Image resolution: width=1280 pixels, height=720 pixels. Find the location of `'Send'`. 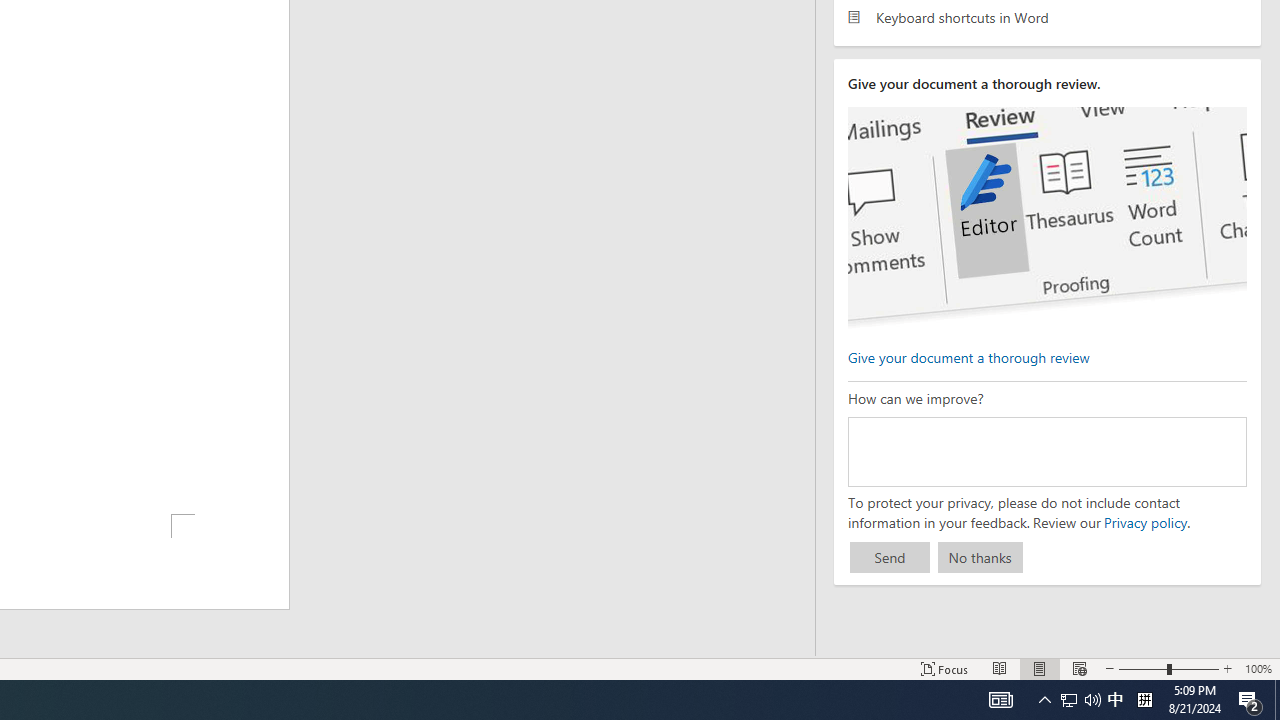

'Send' is located at coordinates (889, 557).